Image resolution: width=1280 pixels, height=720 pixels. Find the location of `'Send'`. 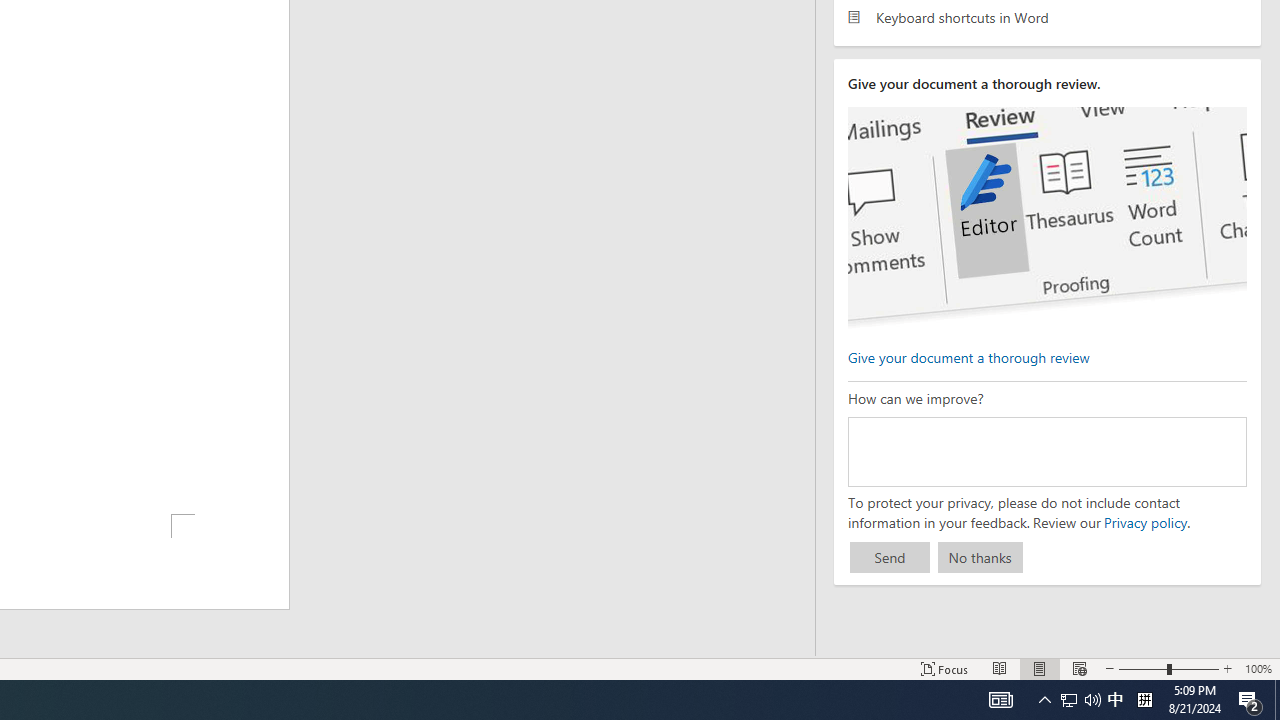

'Send' is located at coordinates (889, 557).